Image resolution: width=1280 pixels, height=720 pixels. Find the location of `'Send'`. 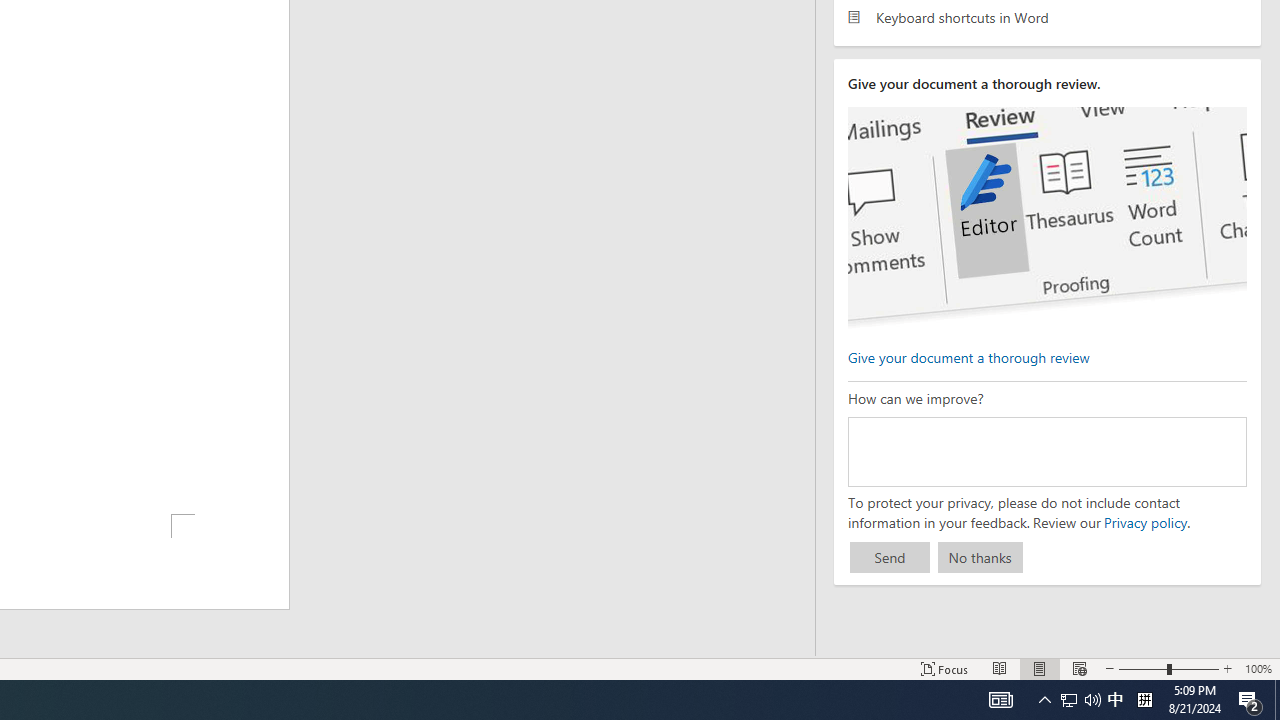

'Send' is located at coordinates (889, 557).